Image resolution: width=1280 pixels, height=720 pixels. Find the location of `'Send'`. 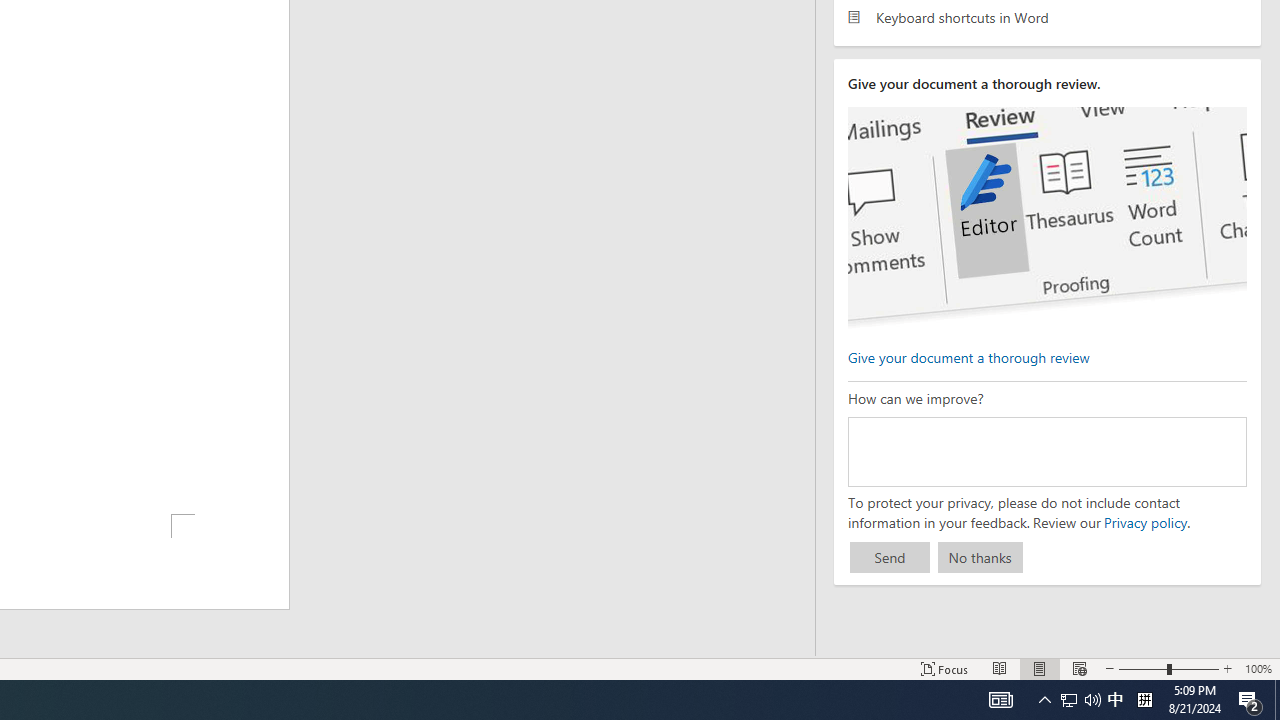

'Send' is located at coordinates (889, 557).